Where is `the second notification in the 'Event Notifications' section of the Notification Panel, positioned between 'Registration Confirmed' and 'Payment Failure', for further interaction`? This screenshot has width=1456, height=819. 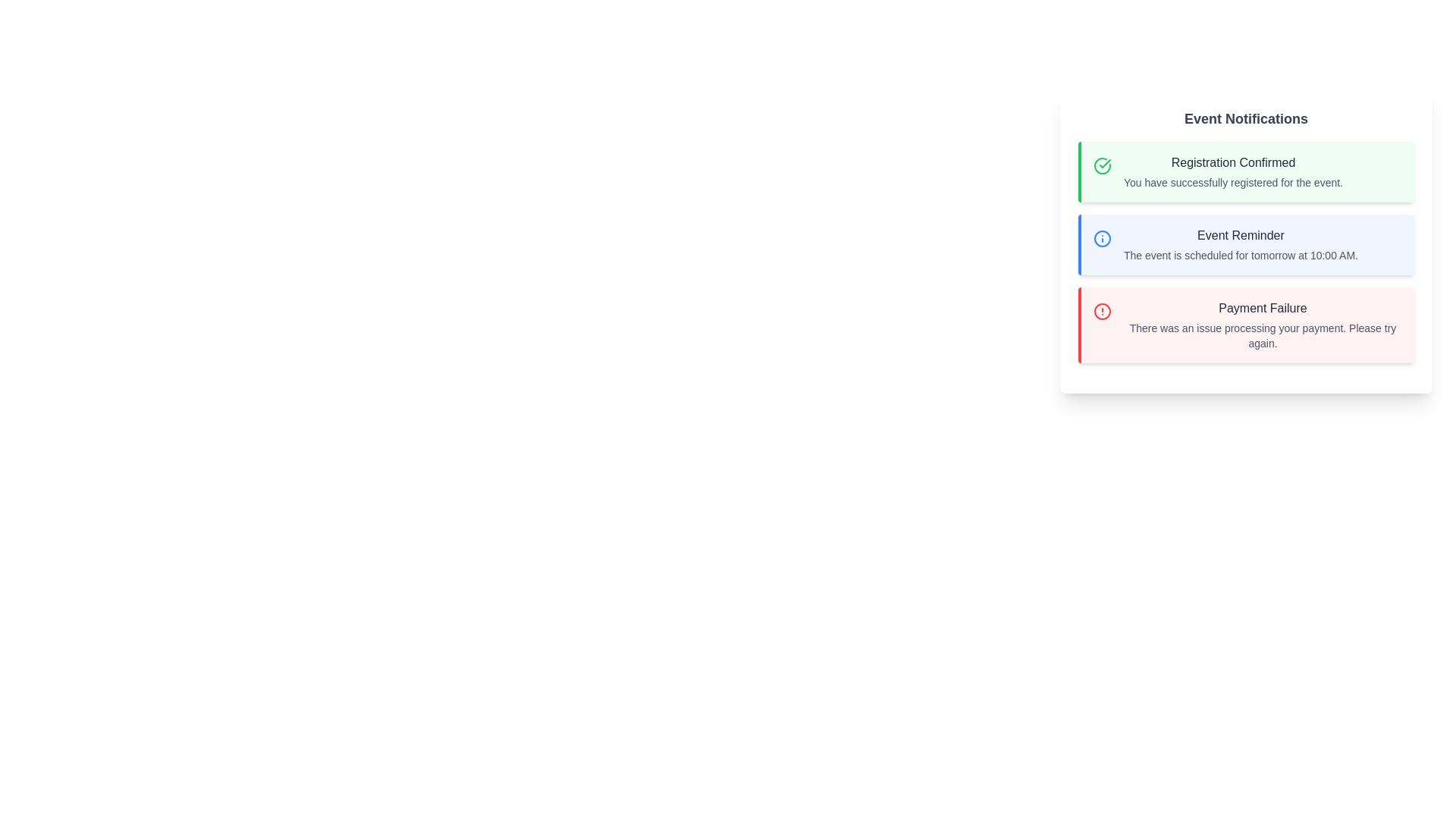 the second notification in the 'Event Notifications' section of the Notification Panel, positioned between 'Registration Confirmed' and 'Payment Failure', for further interaction is located at coordinates (1246, 244).